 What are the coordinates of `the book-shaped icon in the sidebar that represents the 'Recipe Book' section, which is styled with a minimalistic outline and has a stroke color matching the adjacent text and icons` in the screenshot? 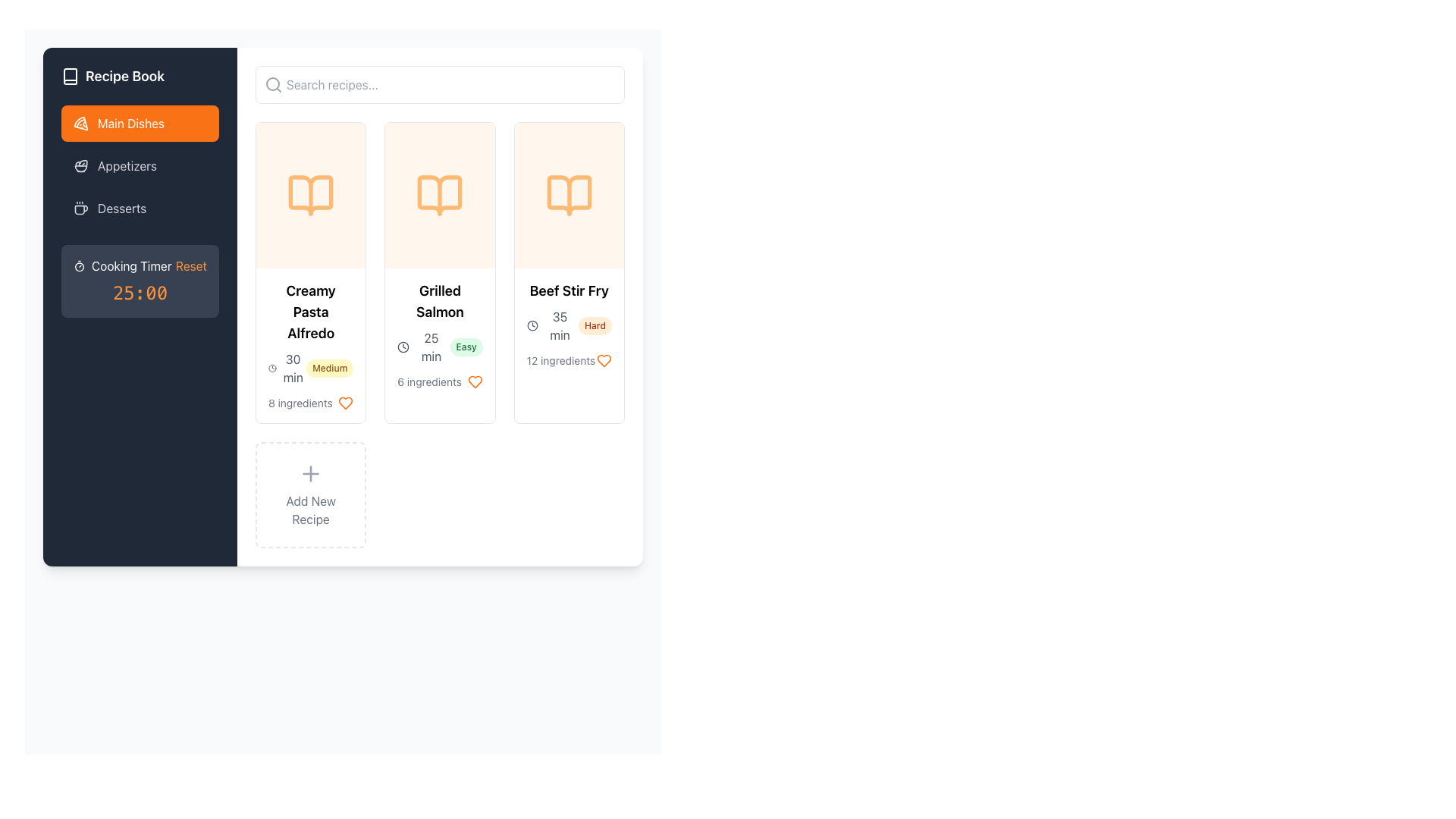 It's located at (69, 76).